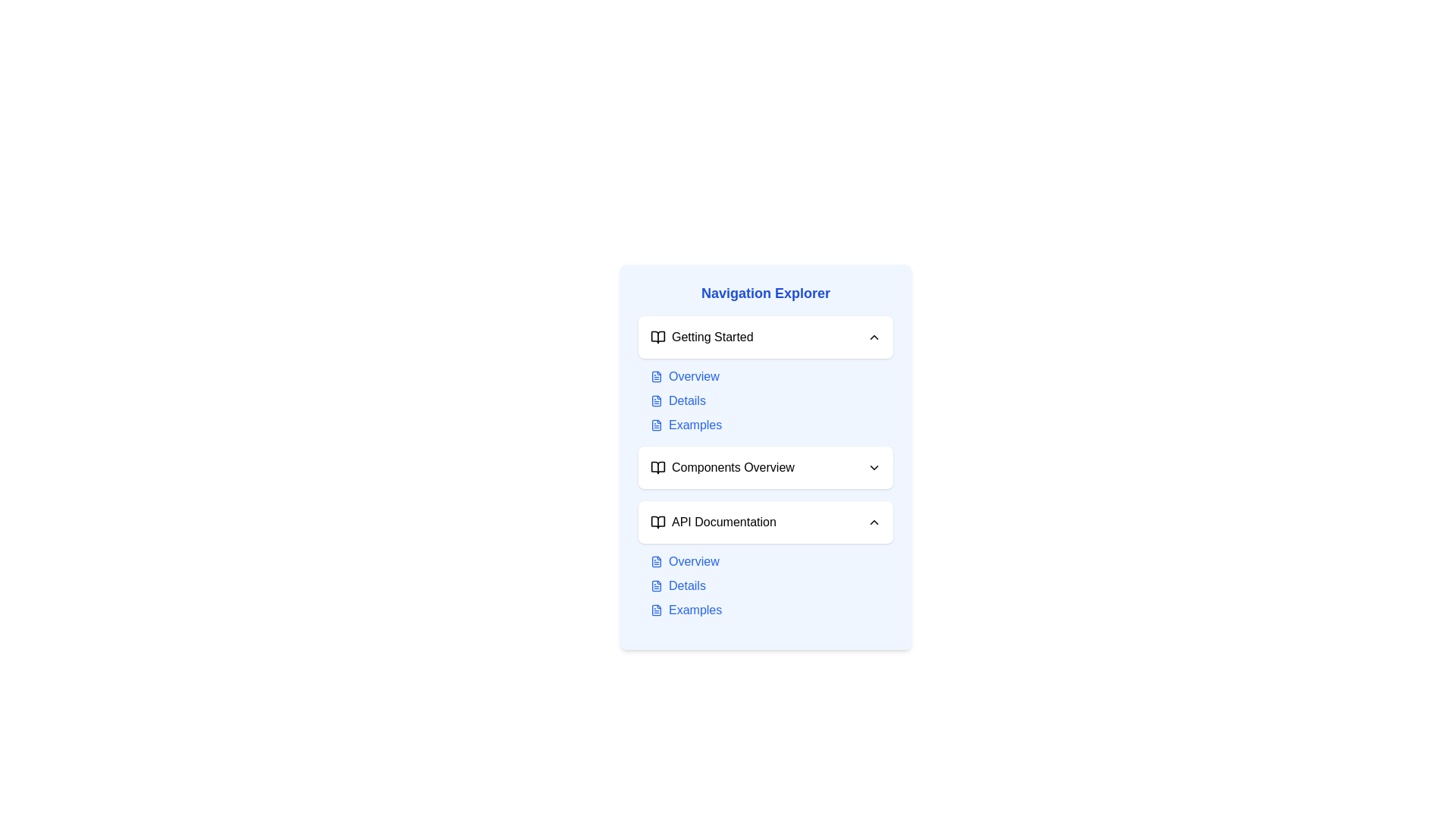  Describe the element at coordinates (874, 467) in the screenshot. I see `the downward-pointing chevron icon of the Dropdown toggle located at the right end of the 'Components Overview' section` at that location.